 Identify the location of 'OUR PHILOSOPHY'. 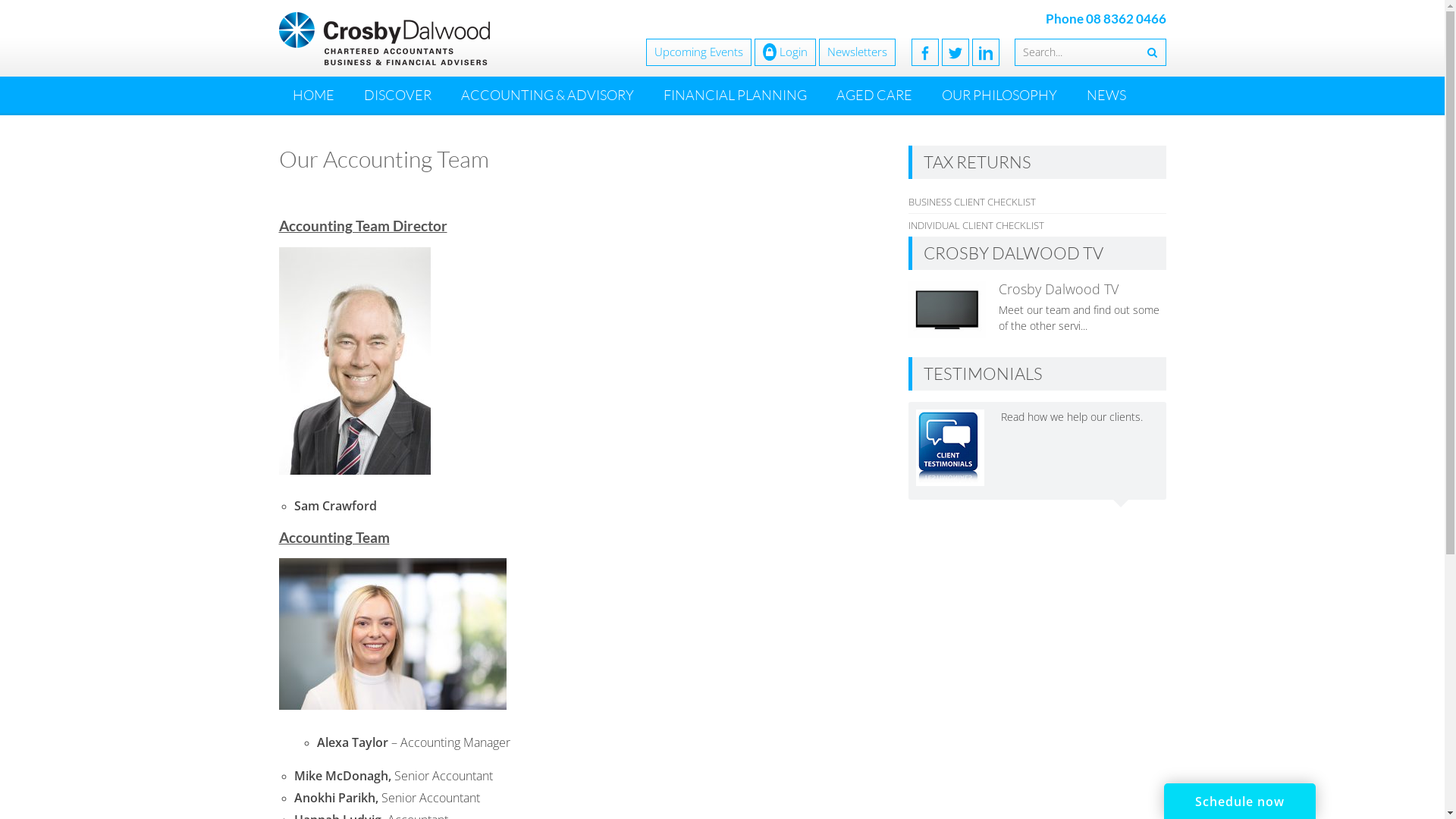
(999, 94).